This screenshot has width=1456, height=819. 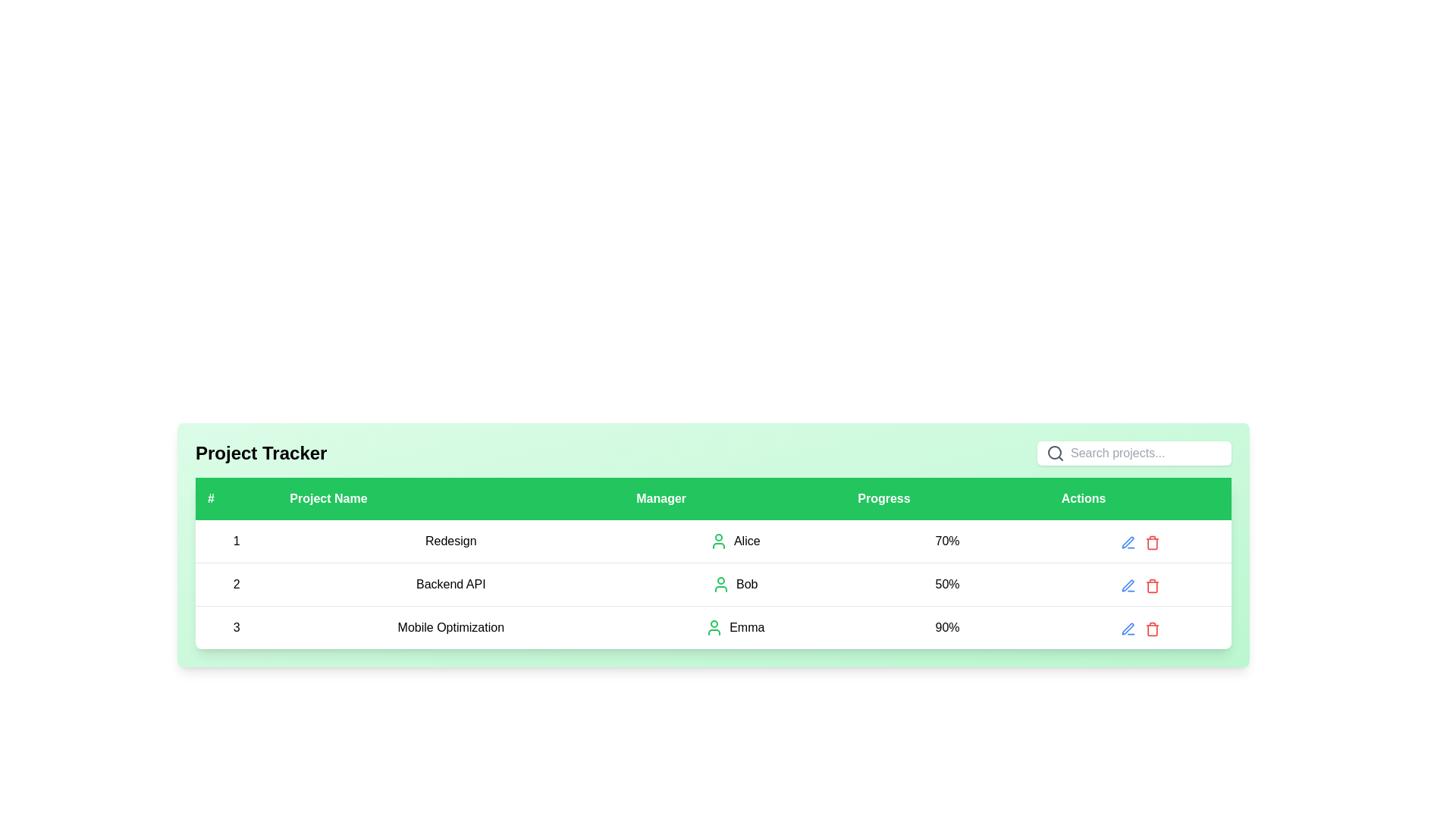 I want to click on the text display element showing '90%' located in the 'Progress' column of the 'Mobile Optimization' row in the project details table, so click(x=946, y=627).